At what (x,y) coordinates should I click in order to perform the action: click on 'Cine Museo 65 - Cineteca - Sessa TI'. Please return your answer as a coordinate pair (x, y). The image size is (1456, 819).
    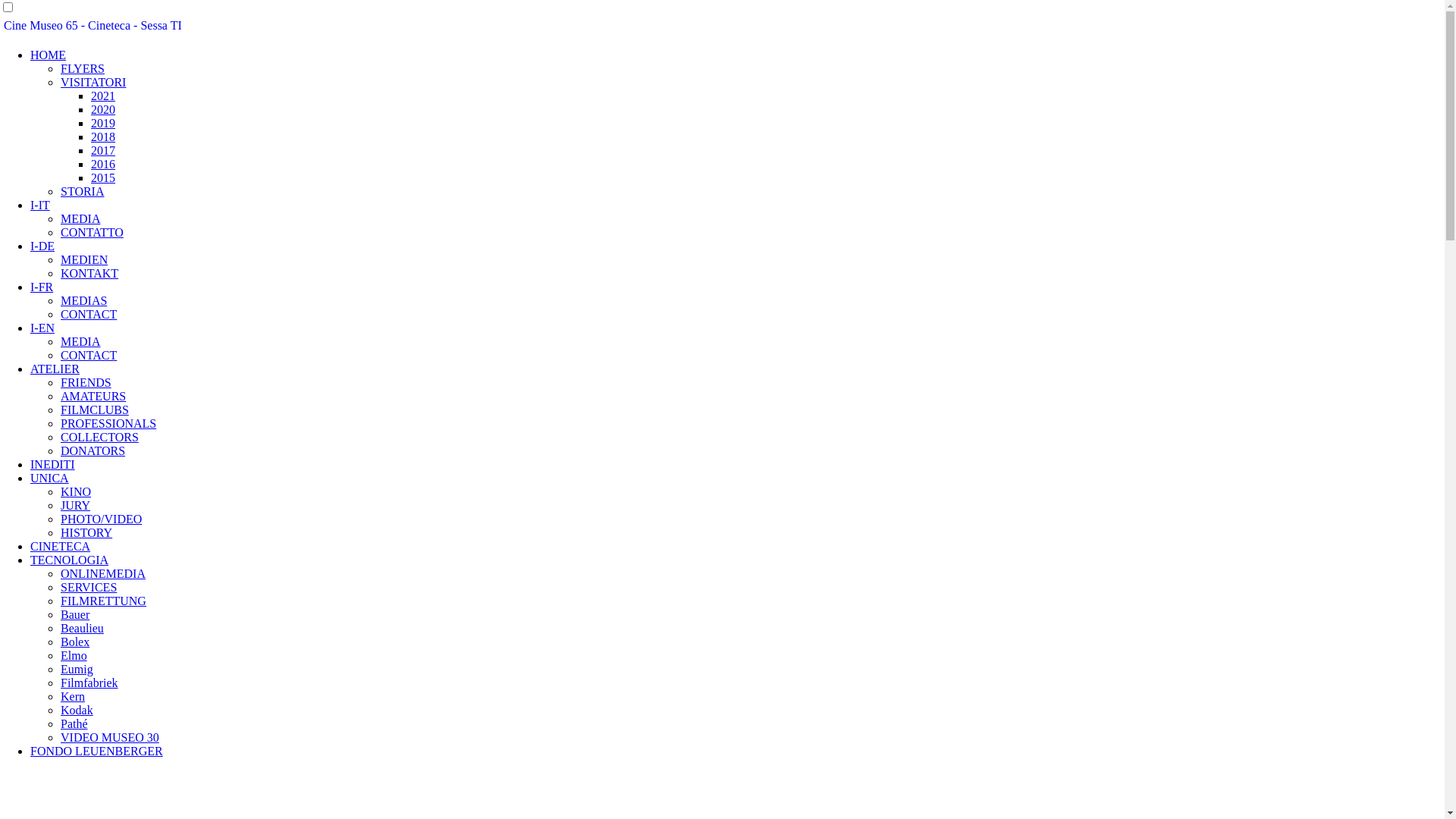
    Looking at the image, I should click on (92, 25).